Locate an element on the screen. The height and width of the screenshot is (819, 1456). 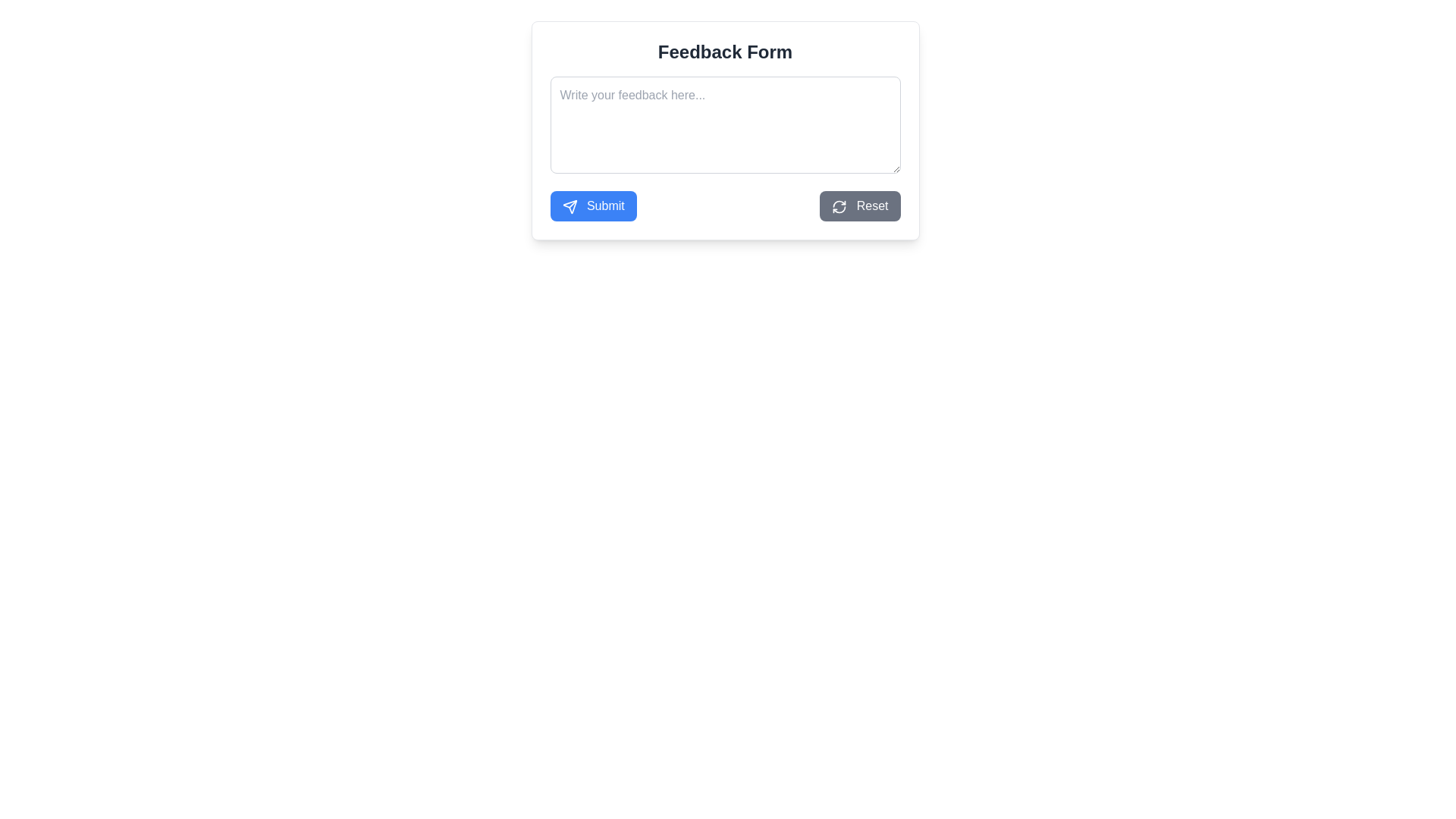
the 'Submit' button with a blue background and white text, which features a paper plane icon is located at coordinates (592, 206).